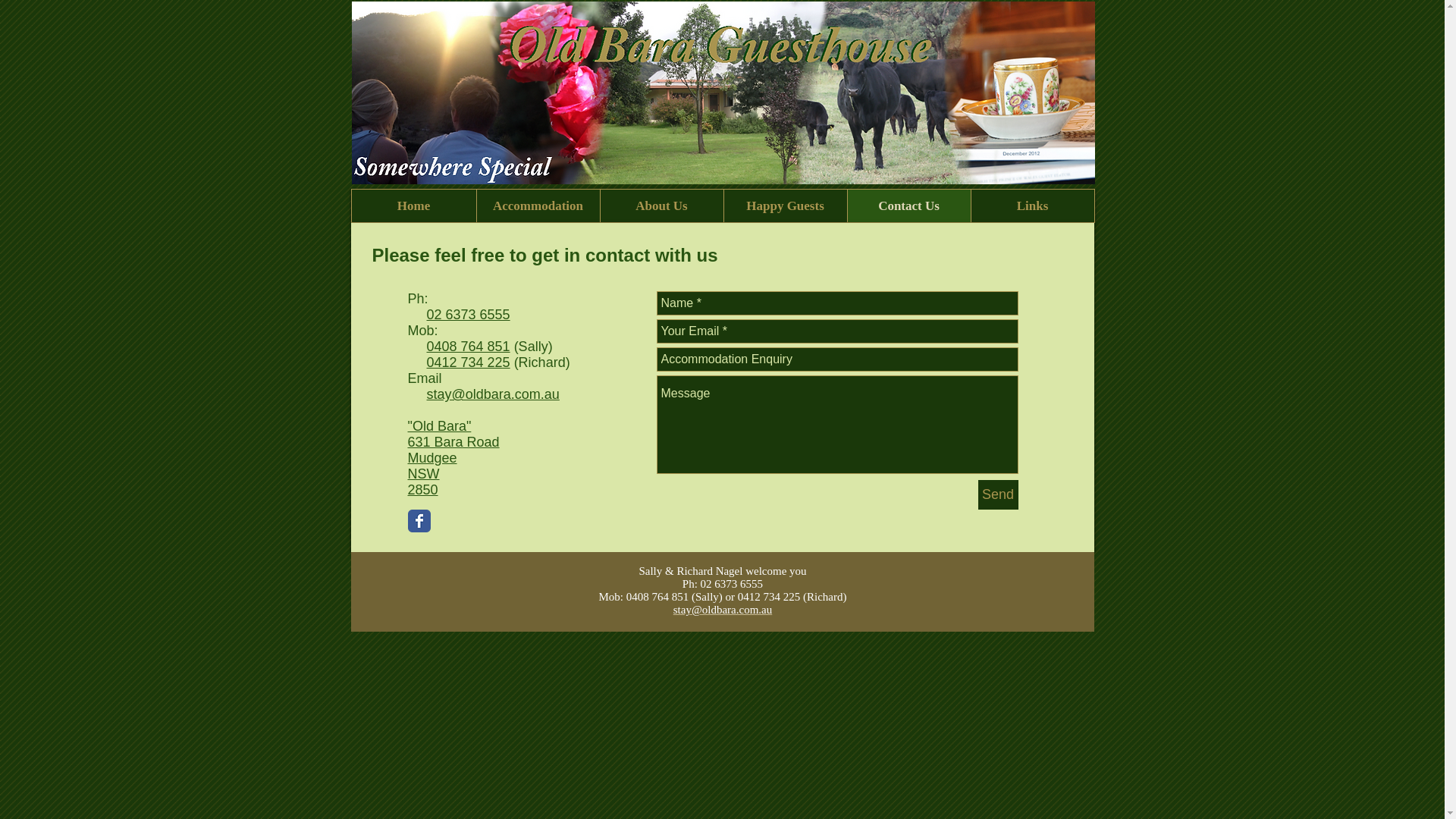 The width and height of the screenshot is (1456, 819). What do you see at coordinates (493, 394) in the screenshot?
I see `'stay@oldbara.com.au'` at bounding box center [493, 394].